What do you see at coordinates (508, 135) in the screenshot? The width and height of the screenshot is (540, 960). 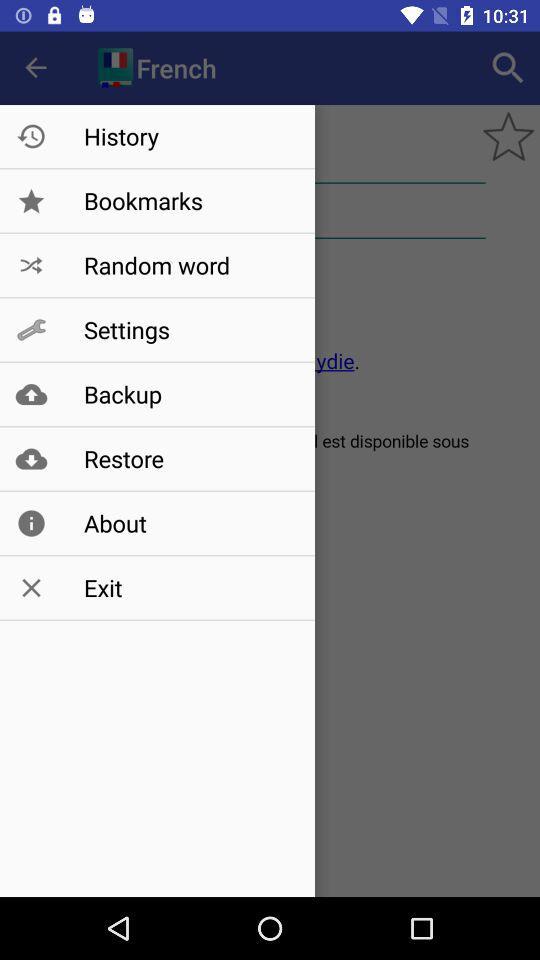 I see `the star icon` at bounding box center [508, 135].